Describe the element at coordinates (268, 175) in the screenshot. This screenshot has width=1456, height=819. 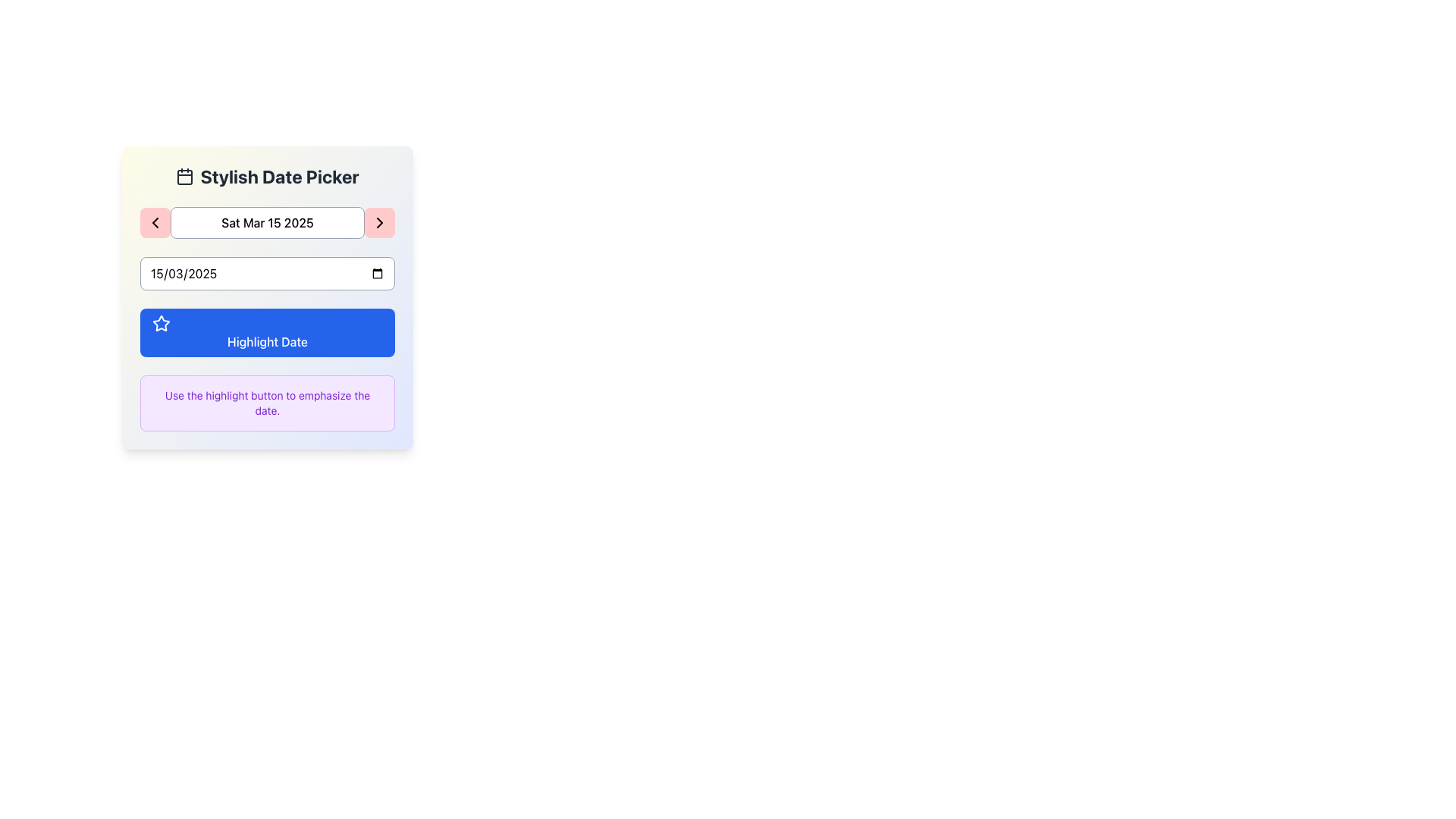
I see `the text label that serves as the title for the date picker interface, located at the top of the card layout` at that location.